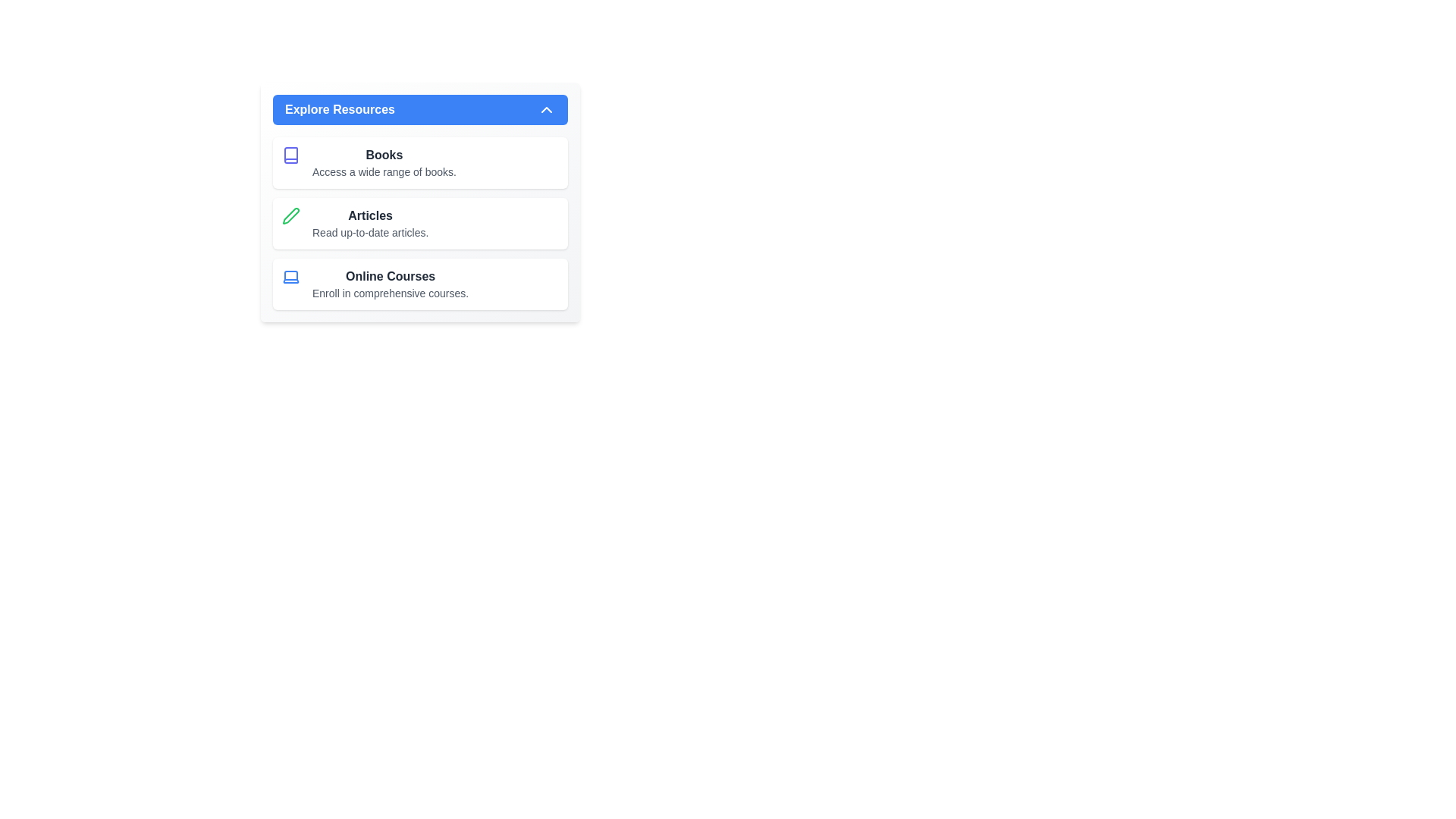 The height and width of the screenshot is (819, 1456). I want to click on the icon button located in the upper blue bar labeled 'Explore Resources', so click(546, 109).